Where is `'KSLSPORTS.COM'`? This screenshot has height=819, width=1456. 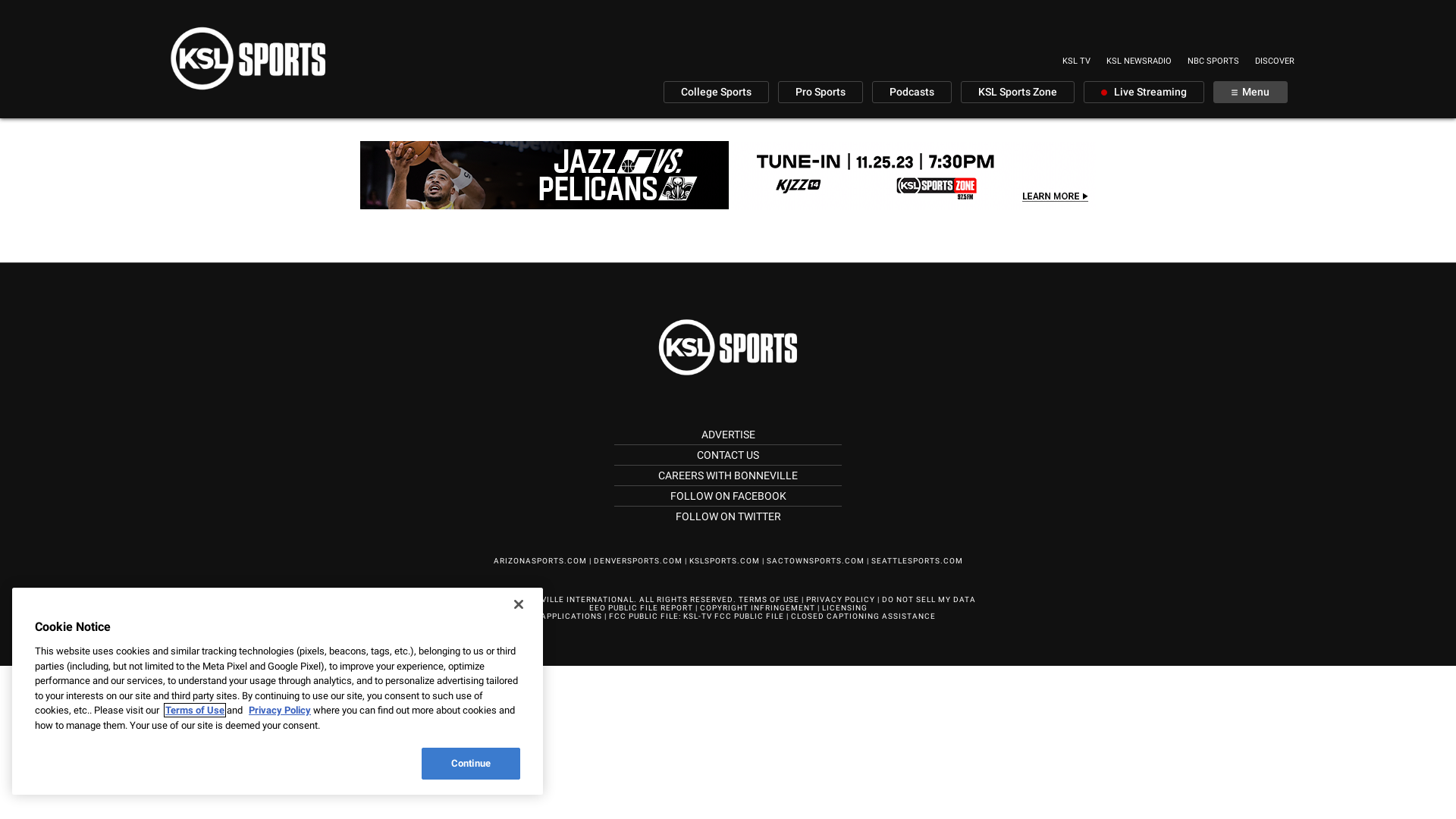 'KSLSPORTS.COM' is located at coordinates (687, 560).